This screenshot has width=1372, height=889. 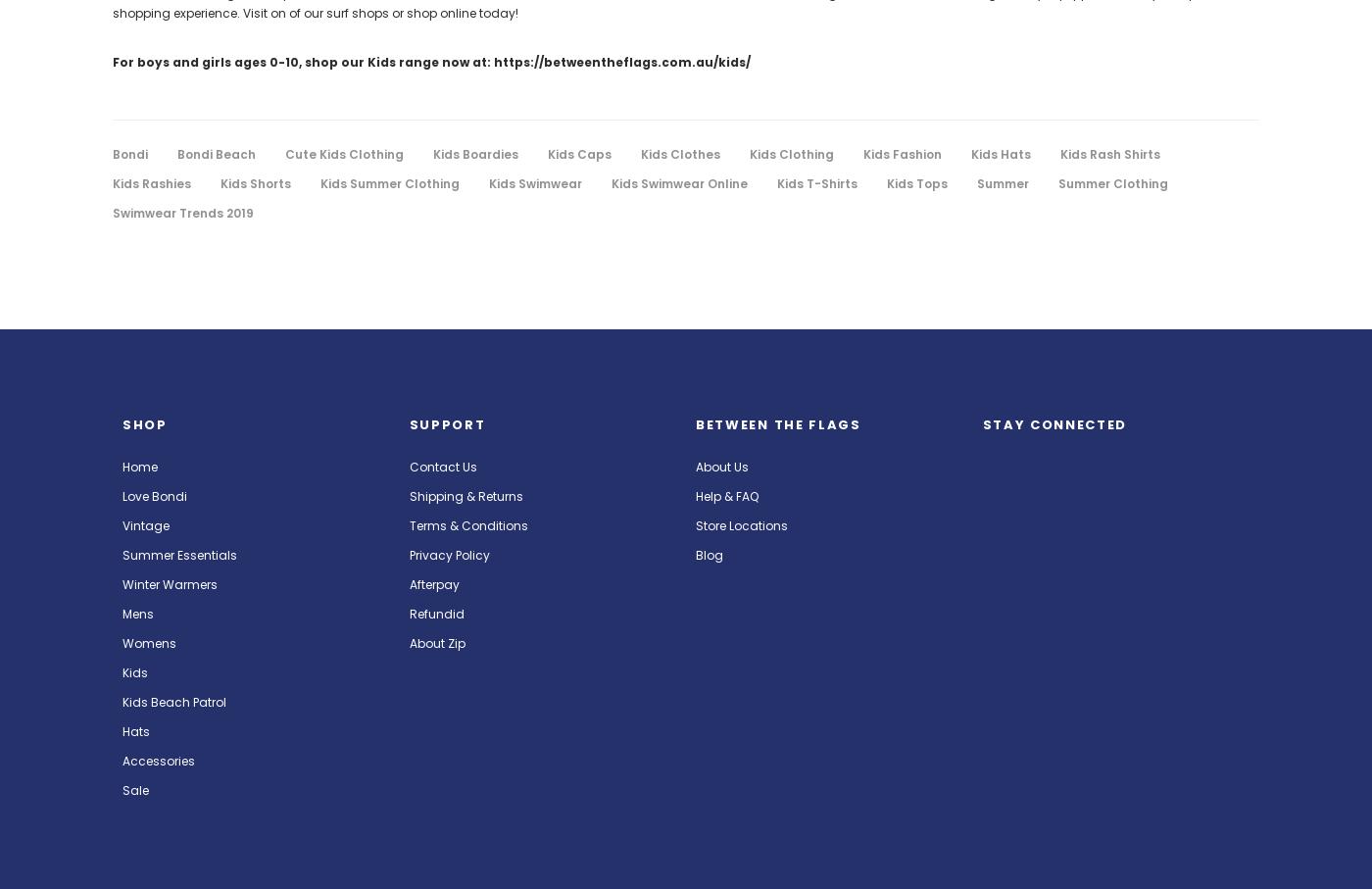 What do you see at coordinates (1001, 154) in the screenshot?
I see `'Kids Hats'` at bounding box center [1001, 154].